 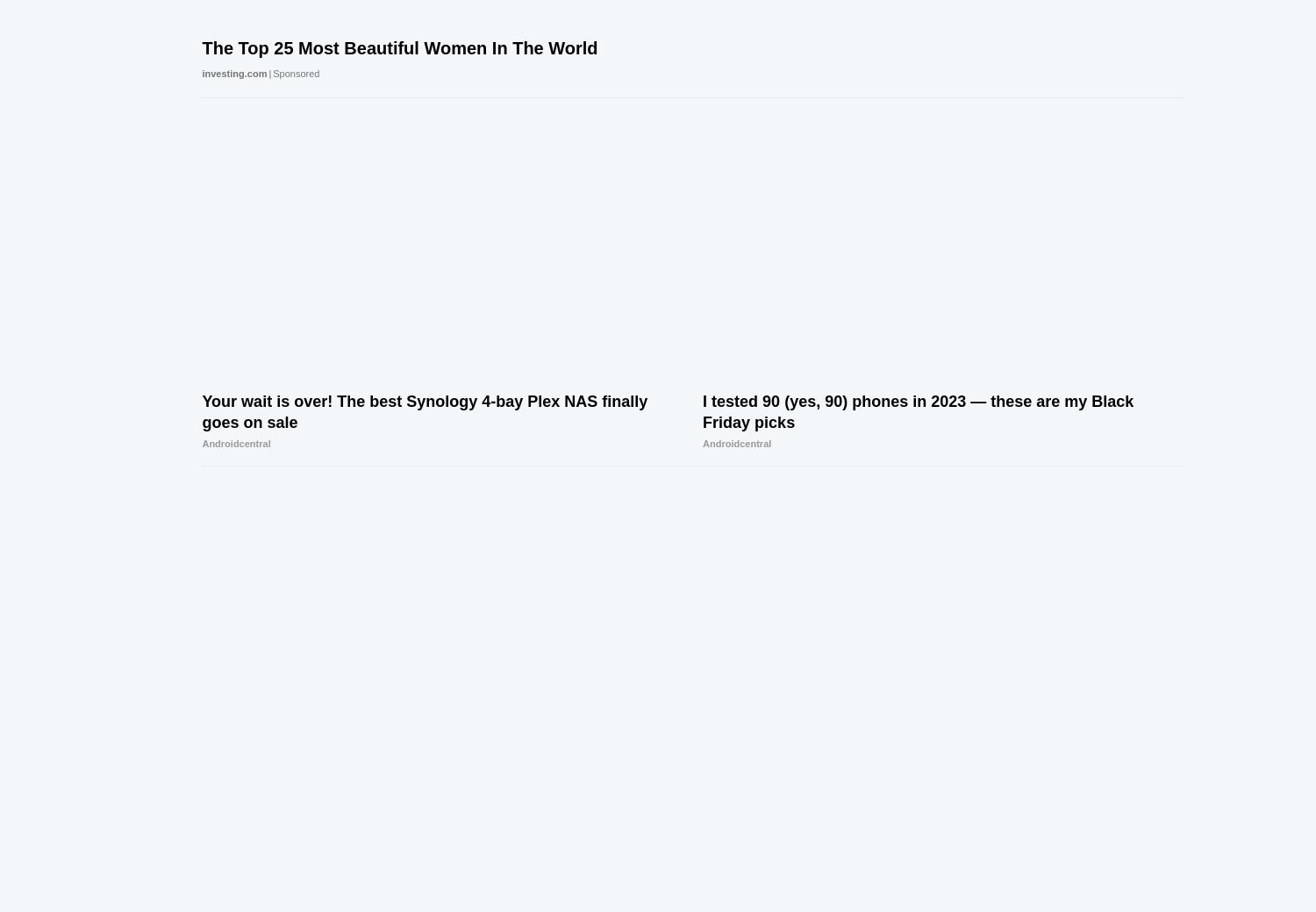 I want to click on 'Privacy', so click(x=639, y=891).